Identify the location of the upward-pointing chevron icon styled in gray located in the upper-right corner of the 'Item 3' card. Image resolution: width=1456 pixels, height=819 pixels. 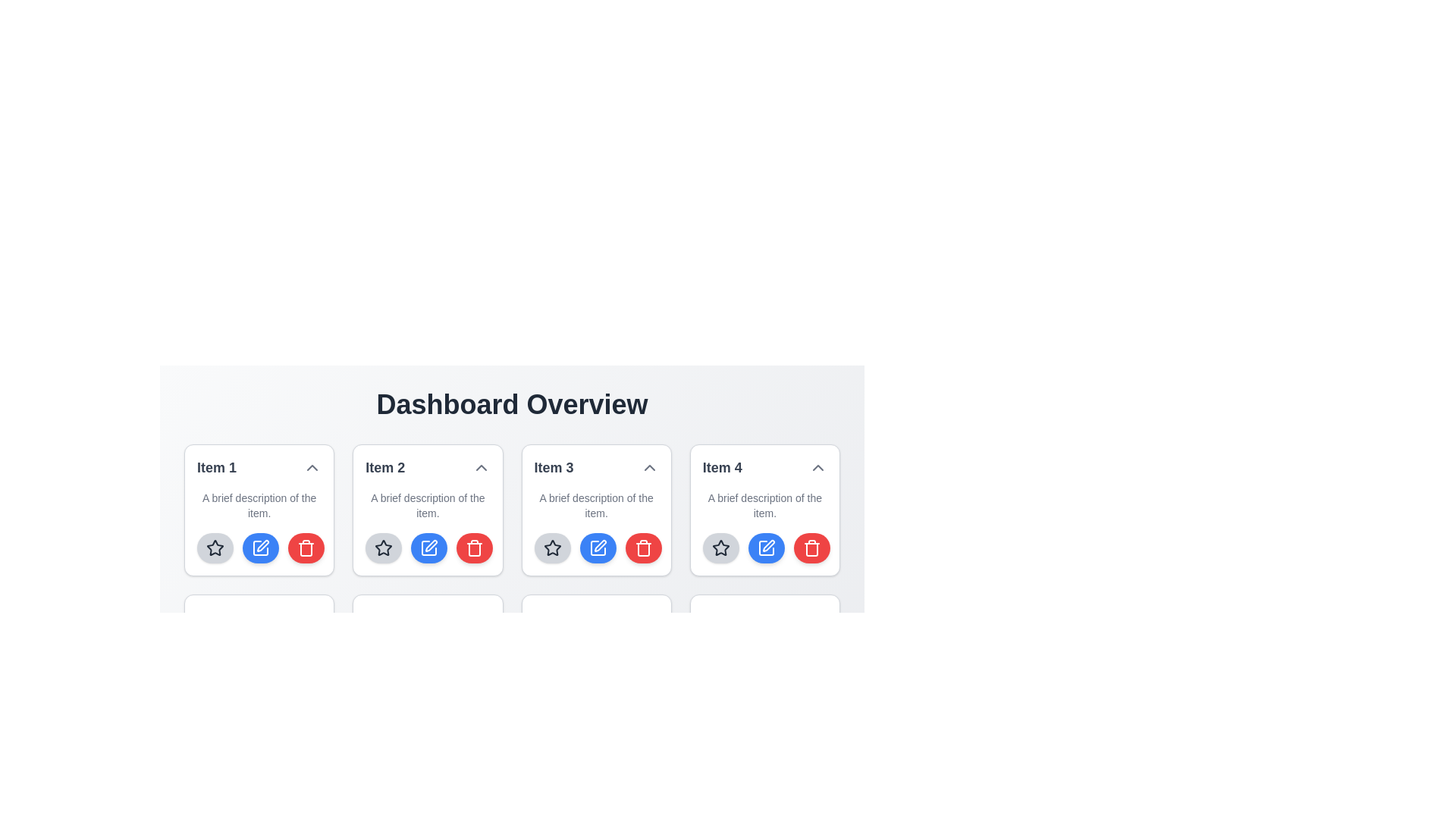
(649, 467).